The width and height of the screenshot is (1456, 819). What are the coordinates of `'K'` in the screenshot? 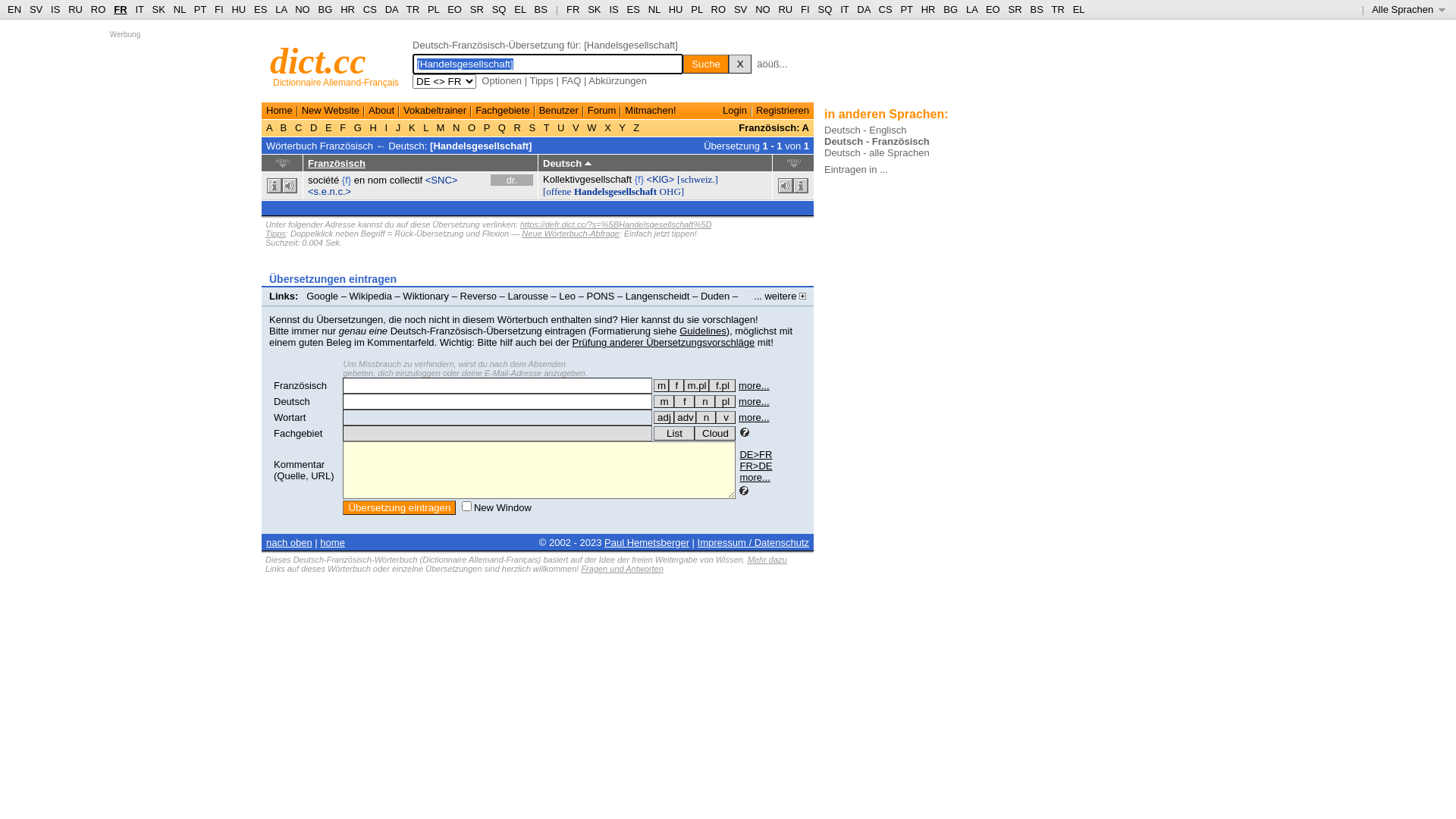 It's located at (411, 127).